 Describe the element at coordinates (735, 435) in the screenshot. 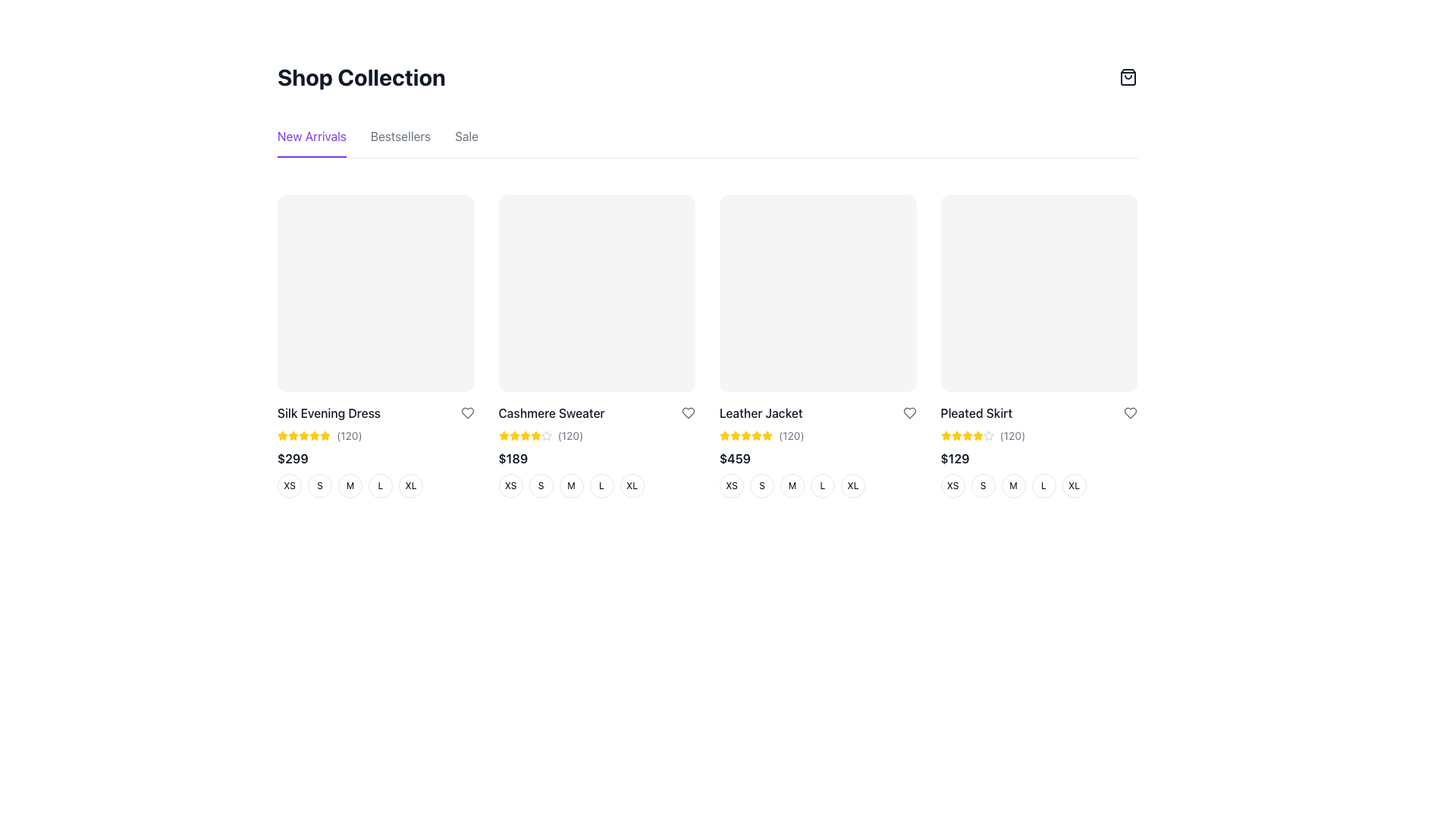

I see `the third star in the sequence of five stars that indicates the rating for the 'Leather Jacket' product, to trigger the tooltip or highlight effect` at that location.